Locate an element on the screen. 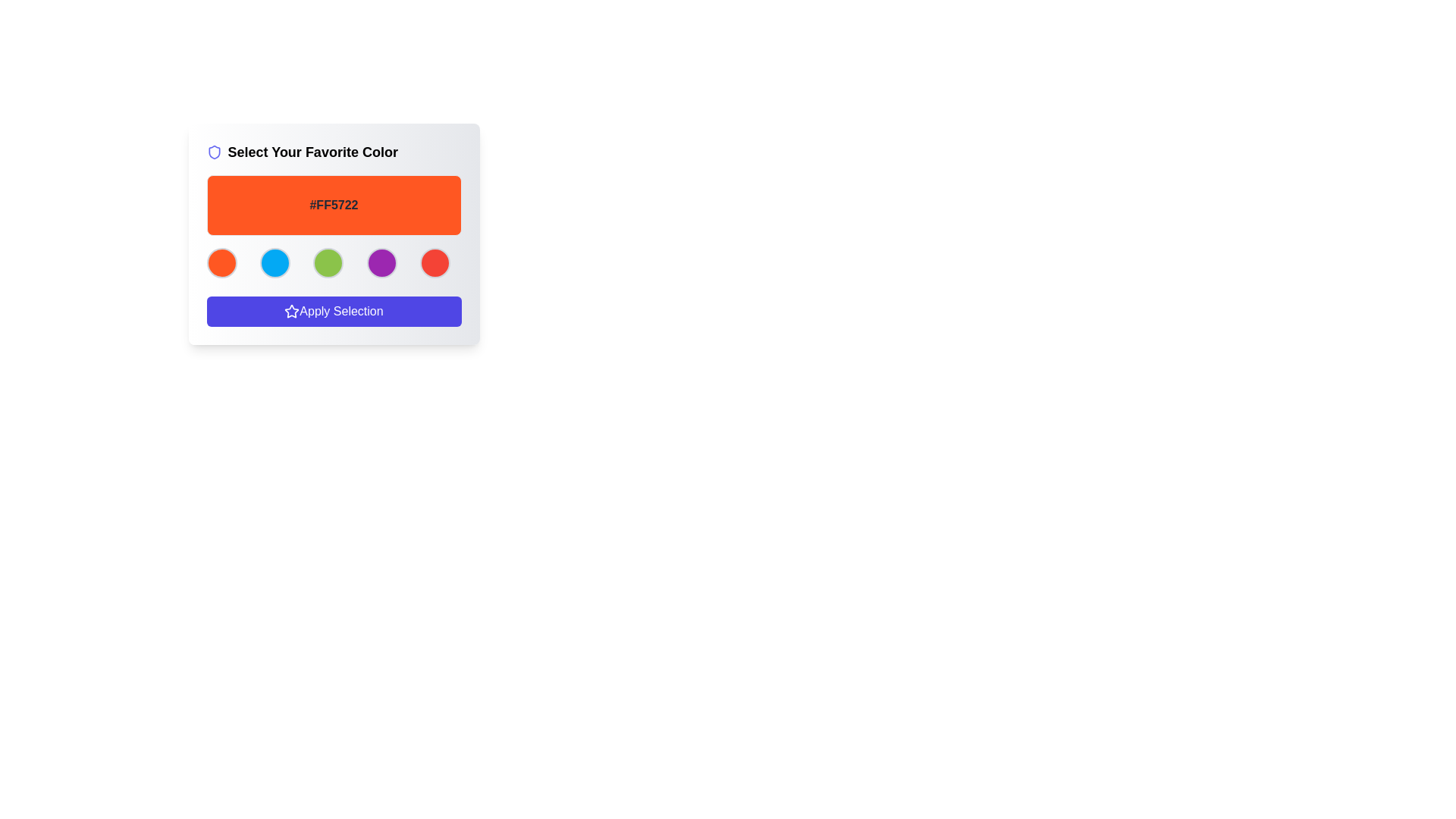  the SVG Icon shaped like a shield with a blue stroke, located at the top-left corner of the card, next to the text 'Select Your Favorite Color.' is located at coordinates (213, 152).